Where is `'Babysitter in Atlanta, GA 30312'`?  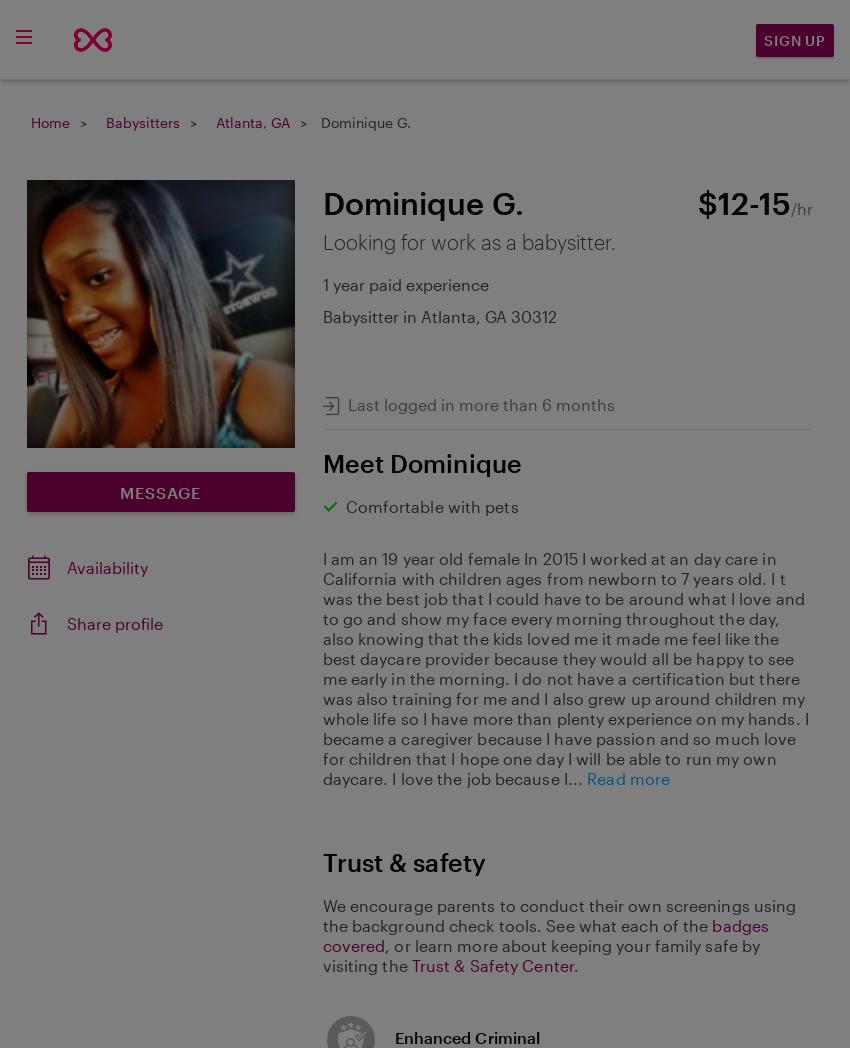 'Babysitter in Atlanta, GA 30312' is located at coordinates (438, 315).